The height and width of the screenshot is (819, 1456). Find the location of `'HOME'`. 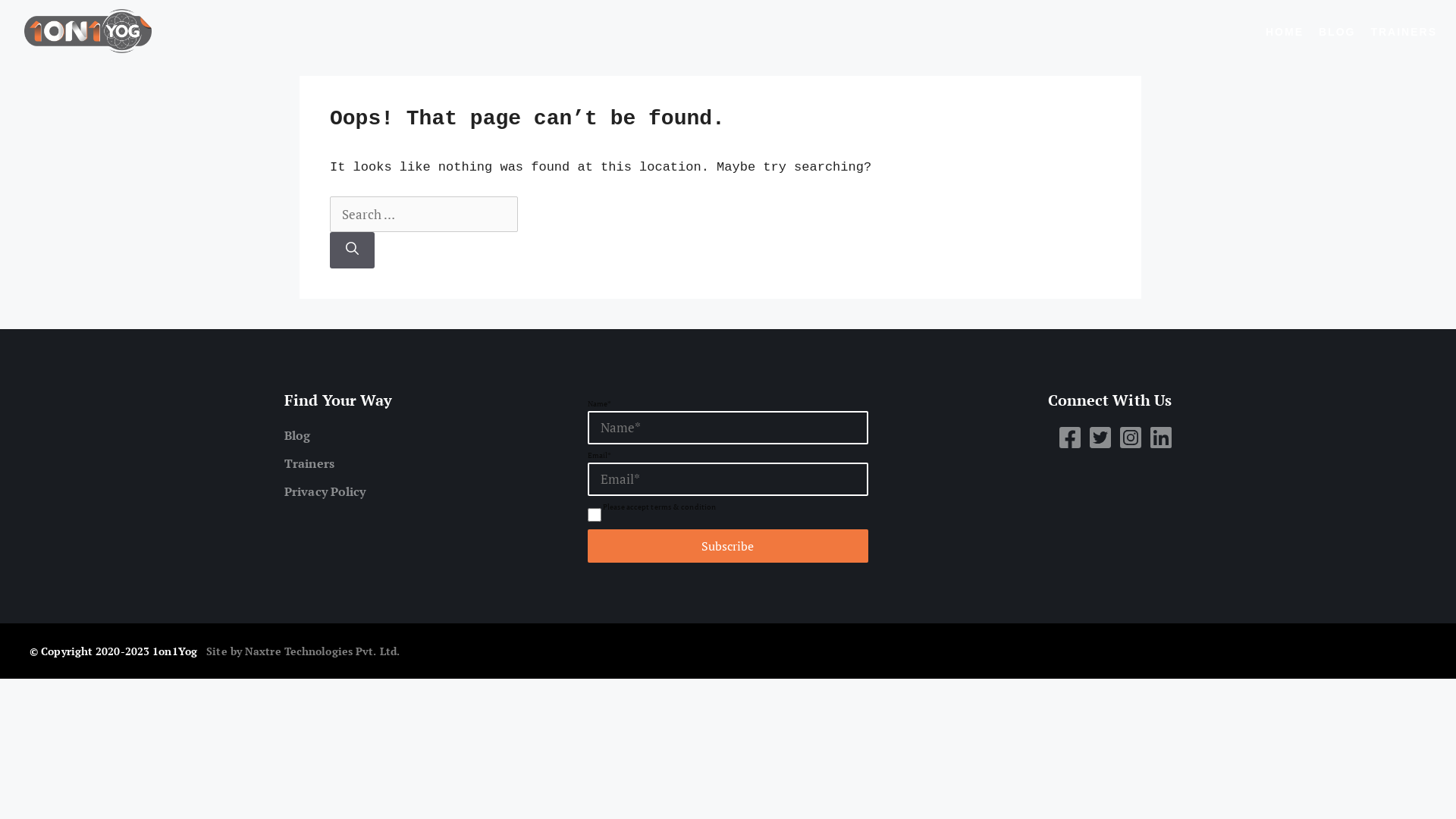

'HOME' is located at coordinates (1266, 32).